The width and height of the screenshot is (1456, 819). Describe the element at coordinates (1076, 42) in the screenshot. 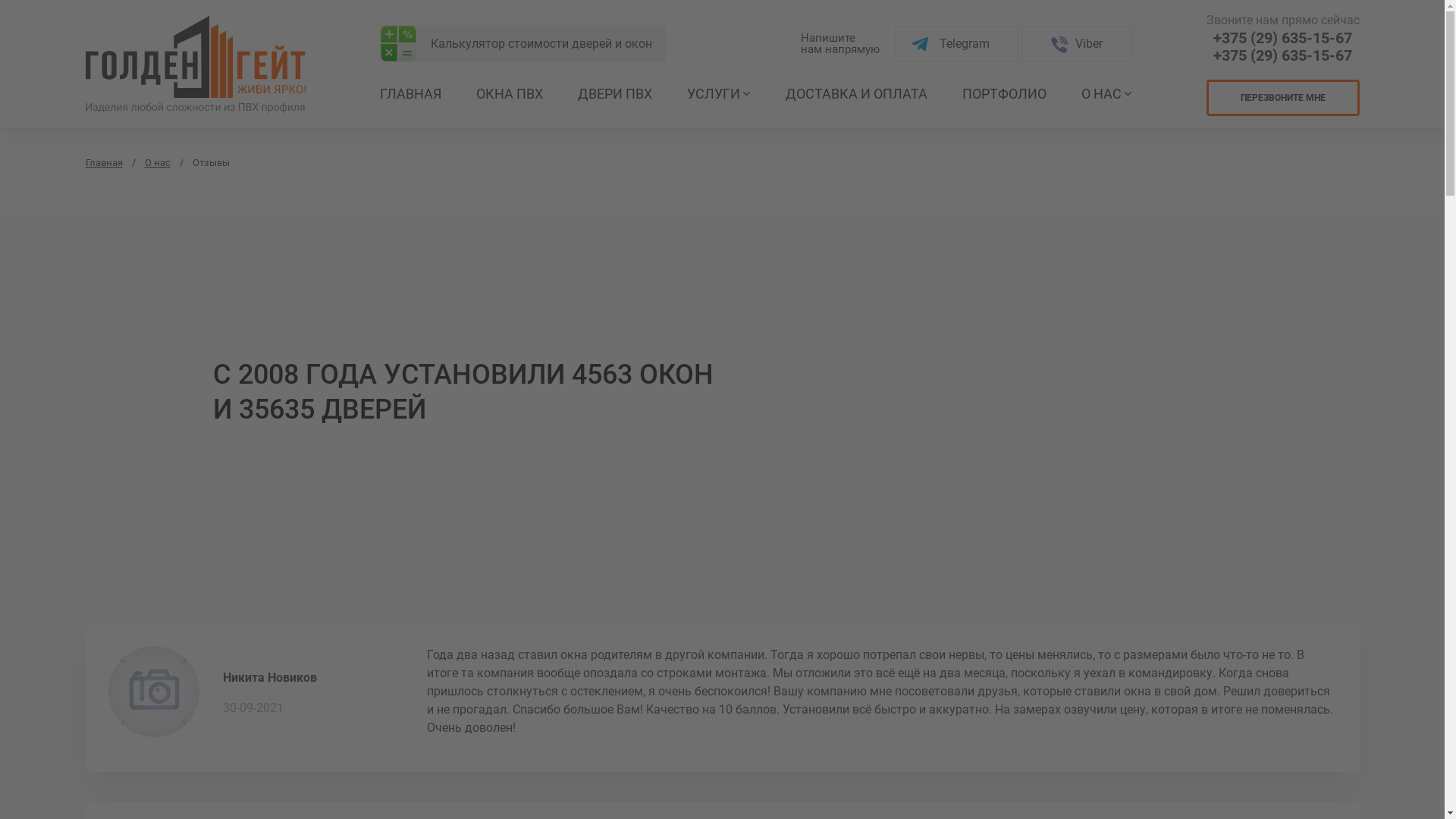

I see `'Viber'` at that location.